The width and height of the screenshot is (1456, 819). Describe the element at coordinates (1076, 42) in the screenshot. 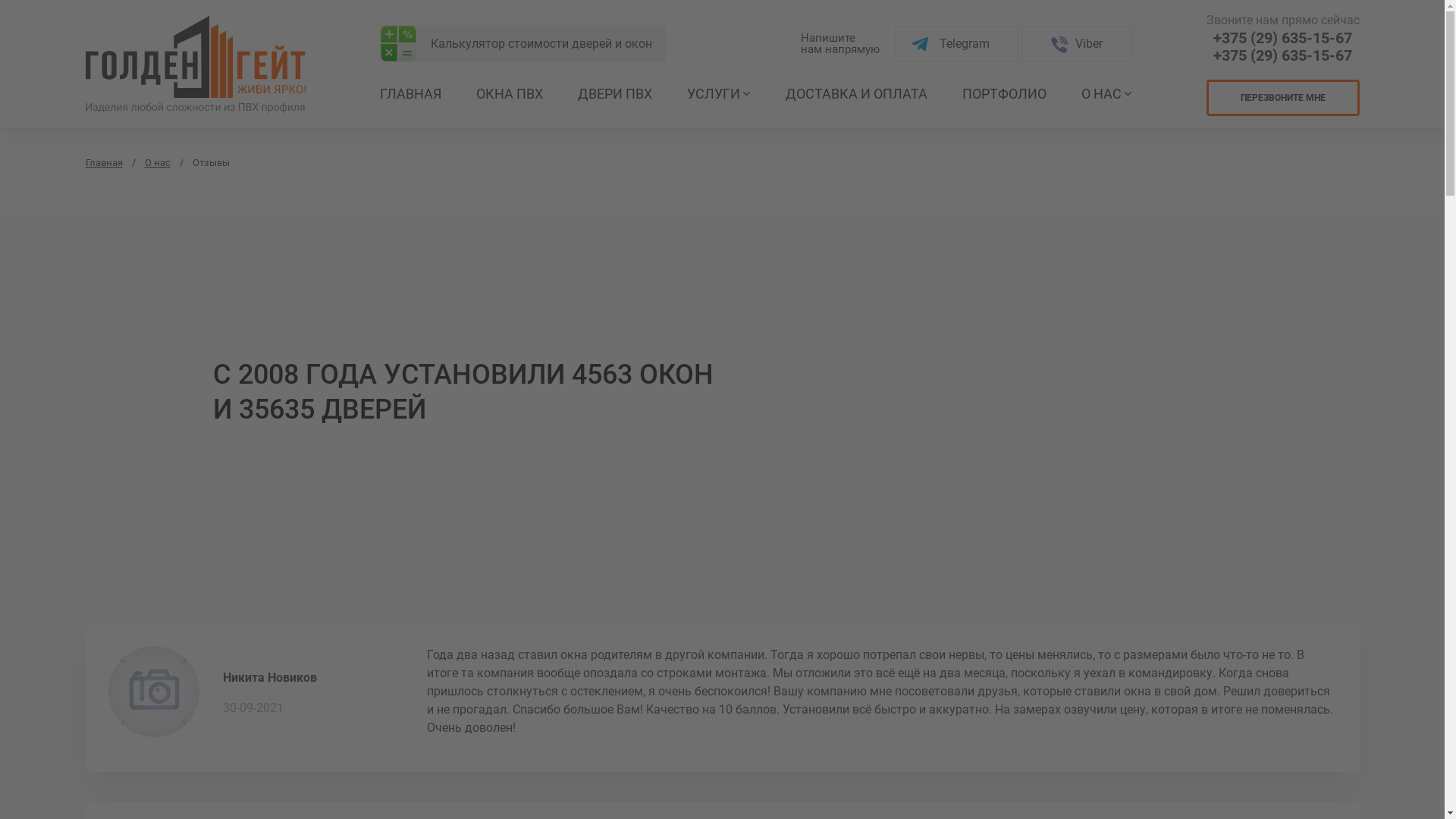

I see `'Viber'` at that location.